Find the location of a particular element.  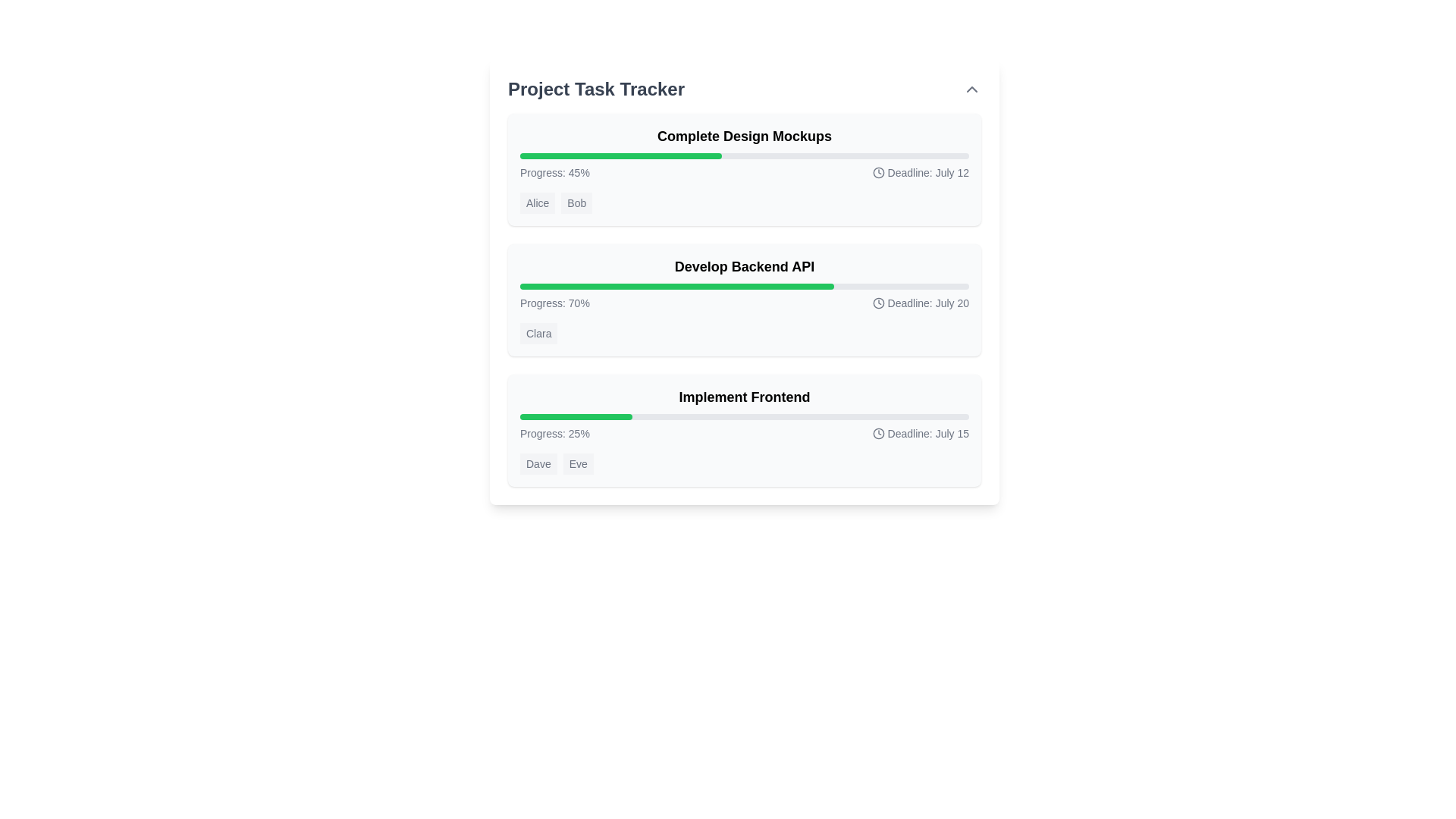

the progress bar fill indicating 70% completion for the 'Complete Design Mockups' section in the 'Project Task Tracker' interface is located at coordinates (676, 287).